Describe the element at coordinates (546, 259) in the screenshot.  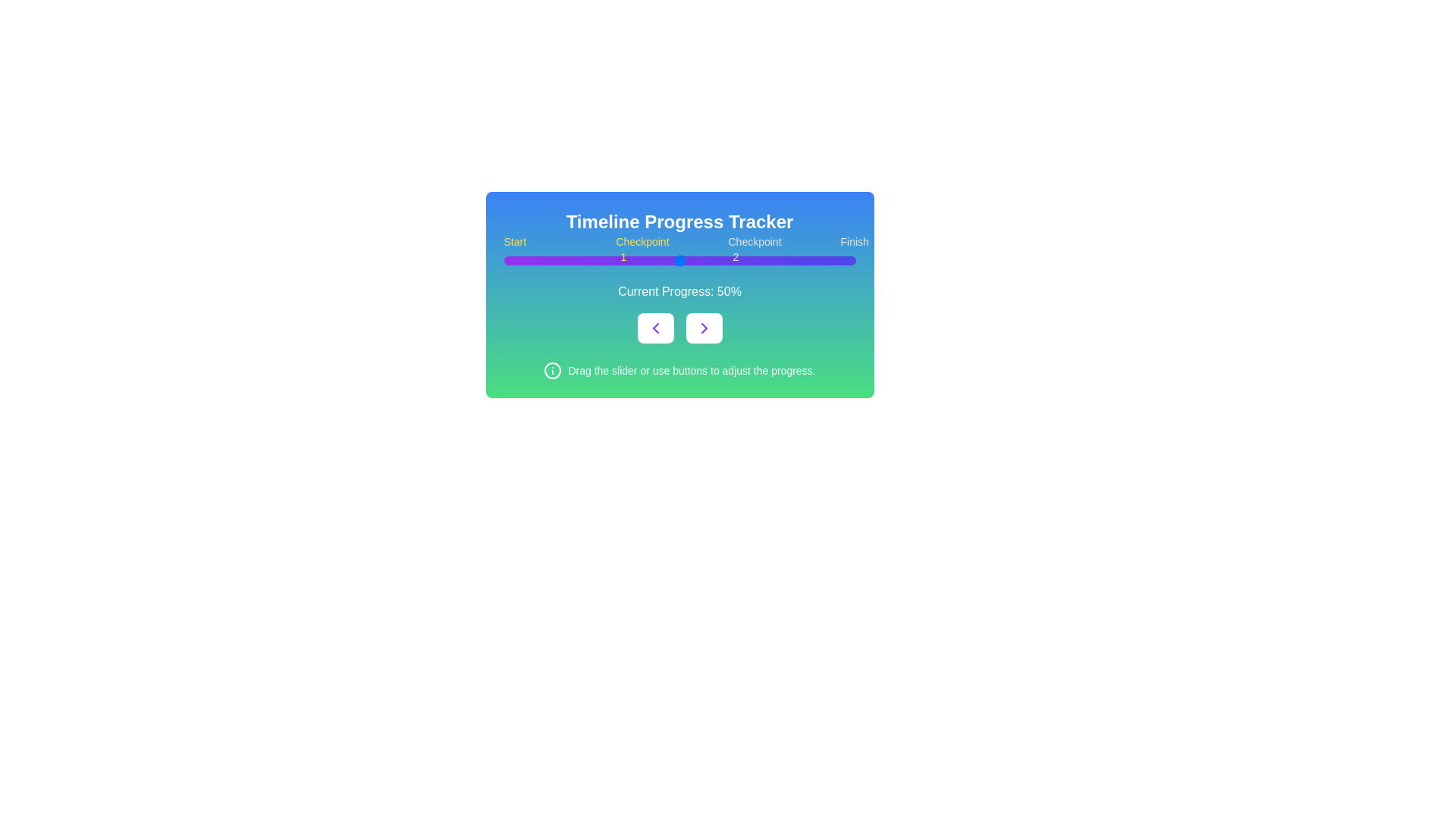
I see `the slider` at that location.